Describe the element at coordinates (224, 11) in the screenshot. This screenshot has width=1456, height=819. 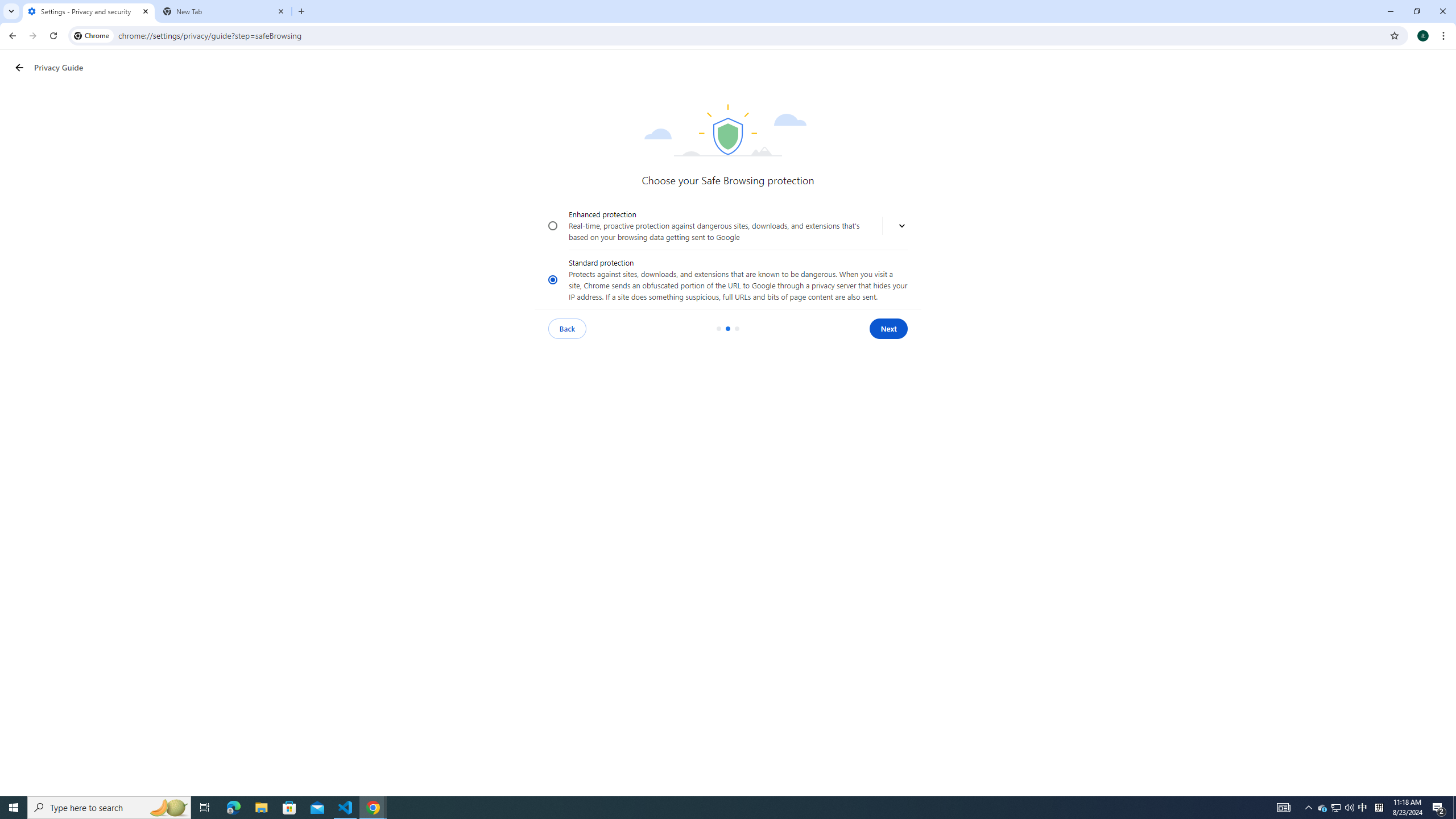
I see `'New Tab'` at that location.